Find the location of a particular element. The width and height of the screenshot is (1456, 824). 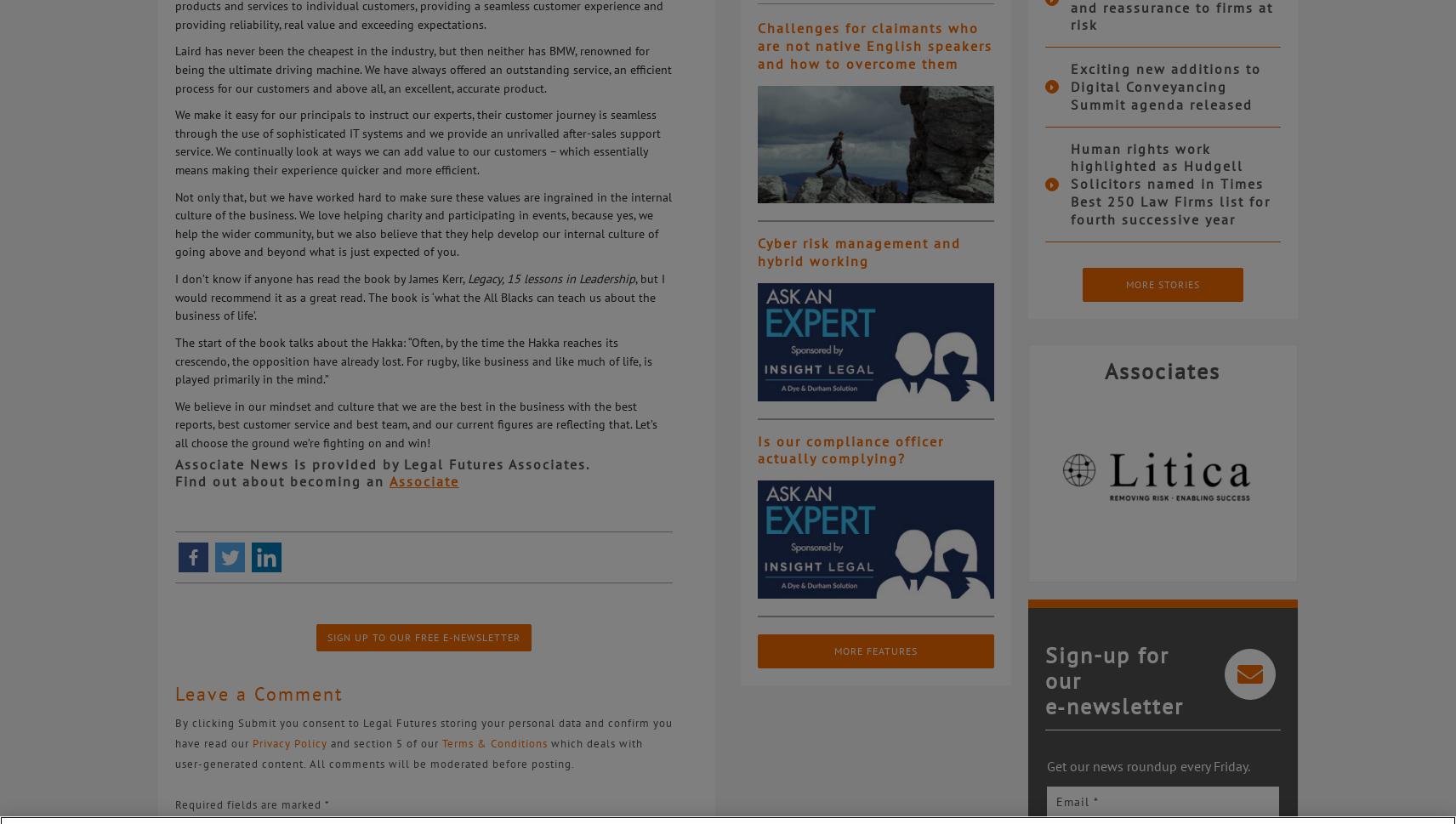

'Not only that, but we have worked hard to make sure these values are ingrained in the internal culture of the business. We love helping charity and participating in events, because yes, we help the wider community, but we also believe that they help develop our internal culture of going above and beyond what is just expected of you.' is located at coordinates (173, 222).